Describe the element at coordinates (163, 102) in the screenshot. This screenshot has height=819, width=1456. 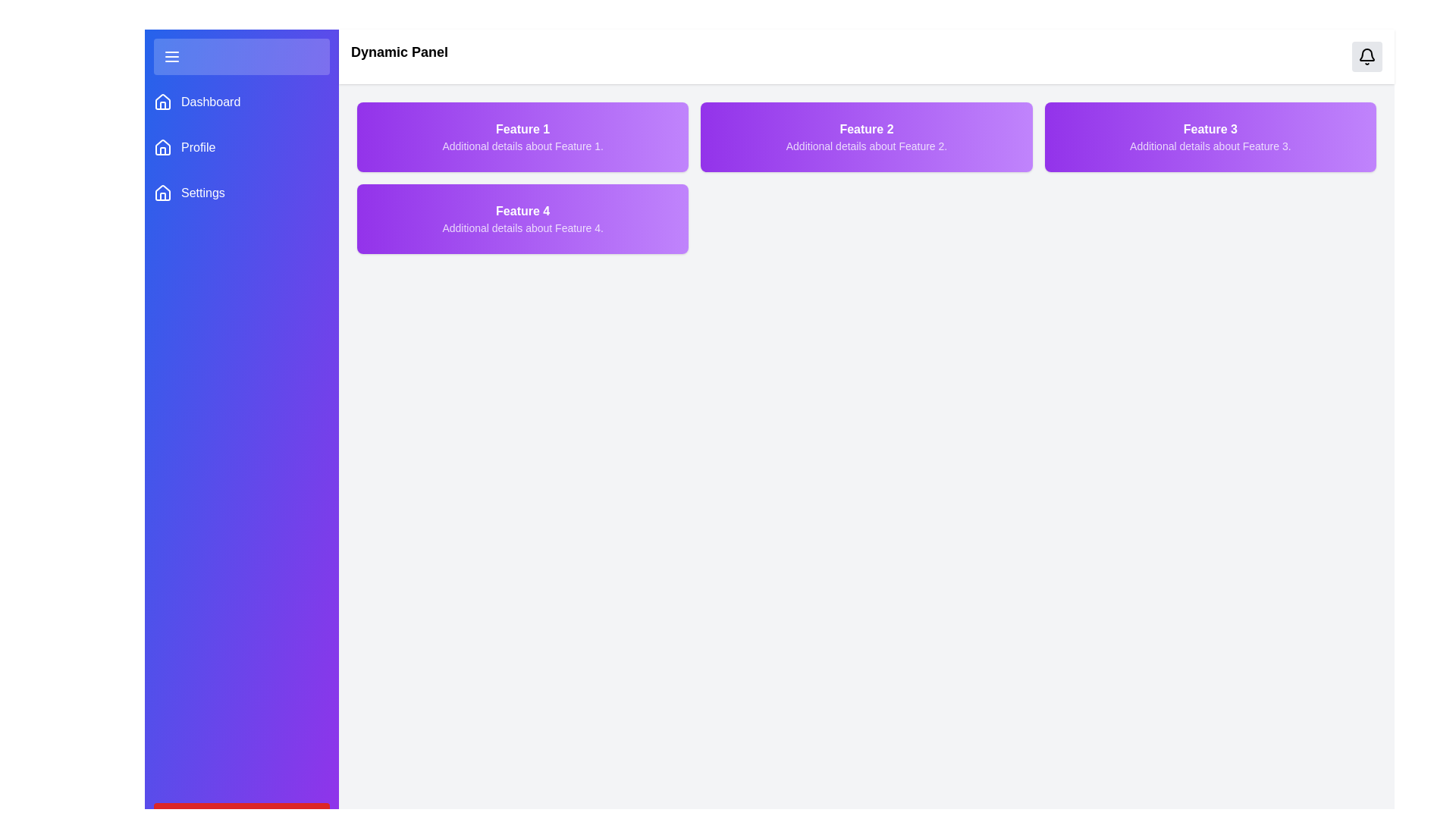
I see `the 'home' icon in the sidebar menu` at that location.